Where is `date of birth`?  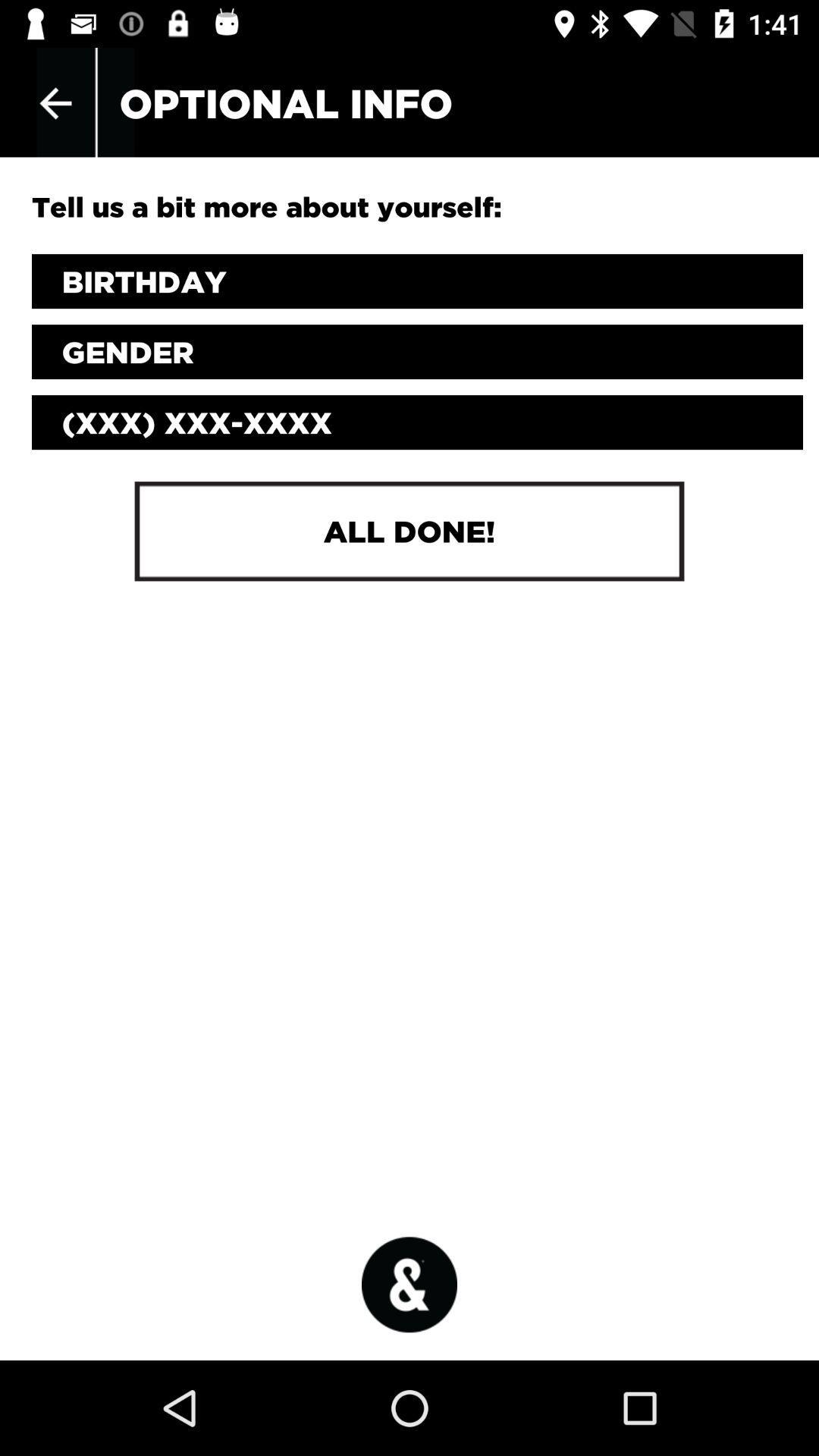
date of birth is located at coordinates (417, 281).